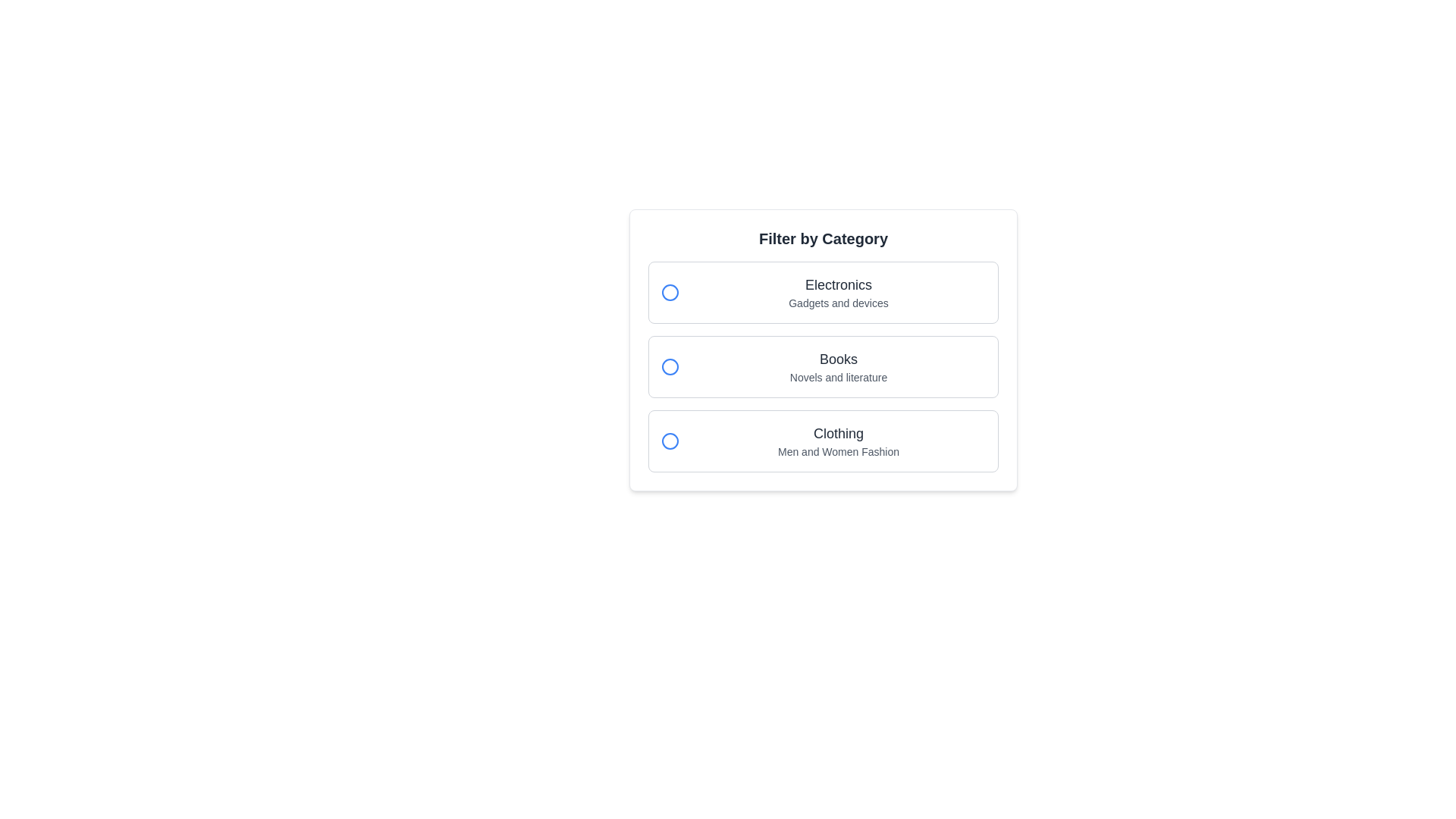  What do you see at coordinates (837, 292) in the screenshot?
I see `text information displayed in the 'Electronics' category title and description, located within the topmost list item of the category selection interface` at bounding box center [837, 292].